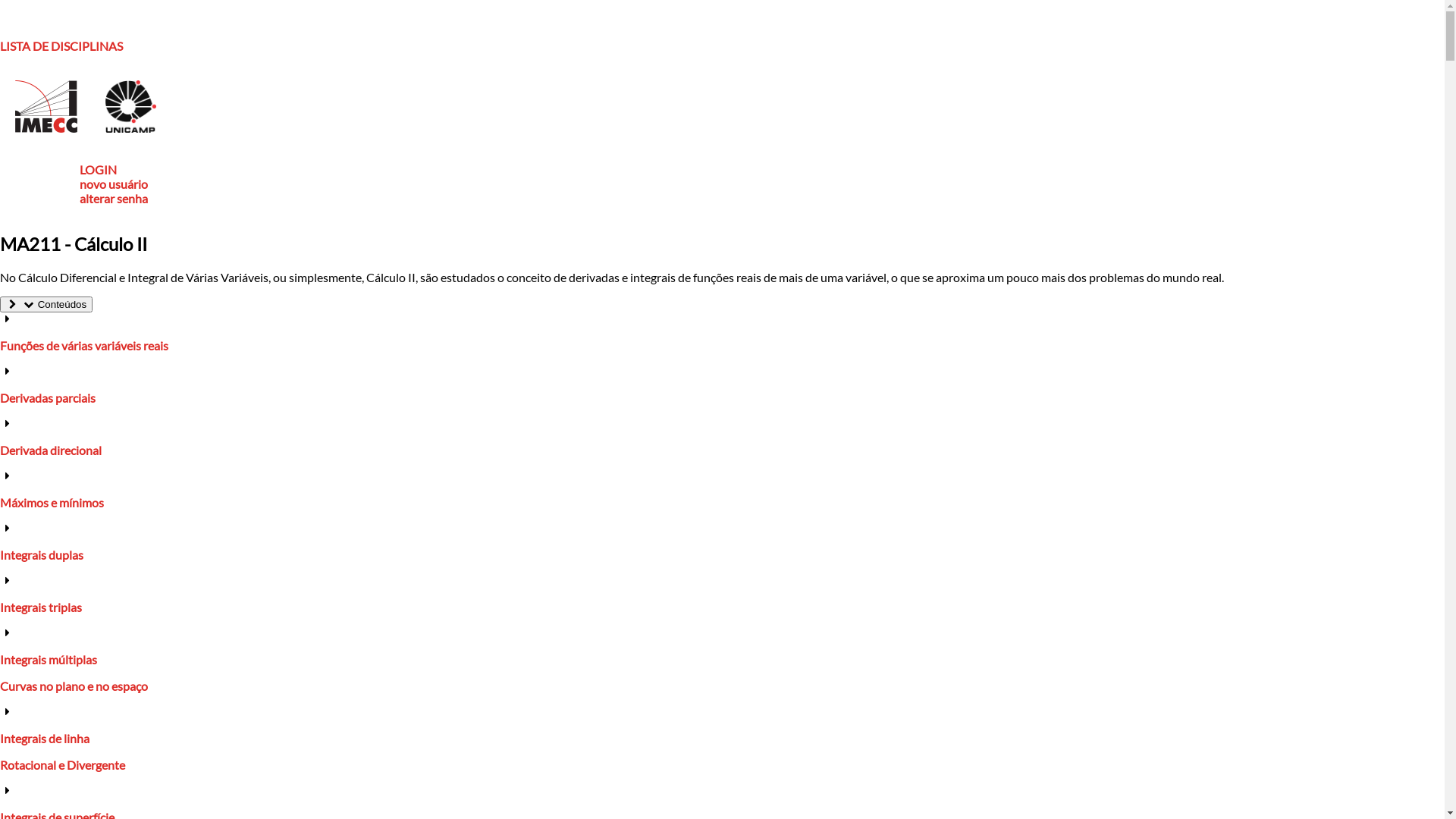  I want to click on 'Integrais duplas', so click(41, 554).